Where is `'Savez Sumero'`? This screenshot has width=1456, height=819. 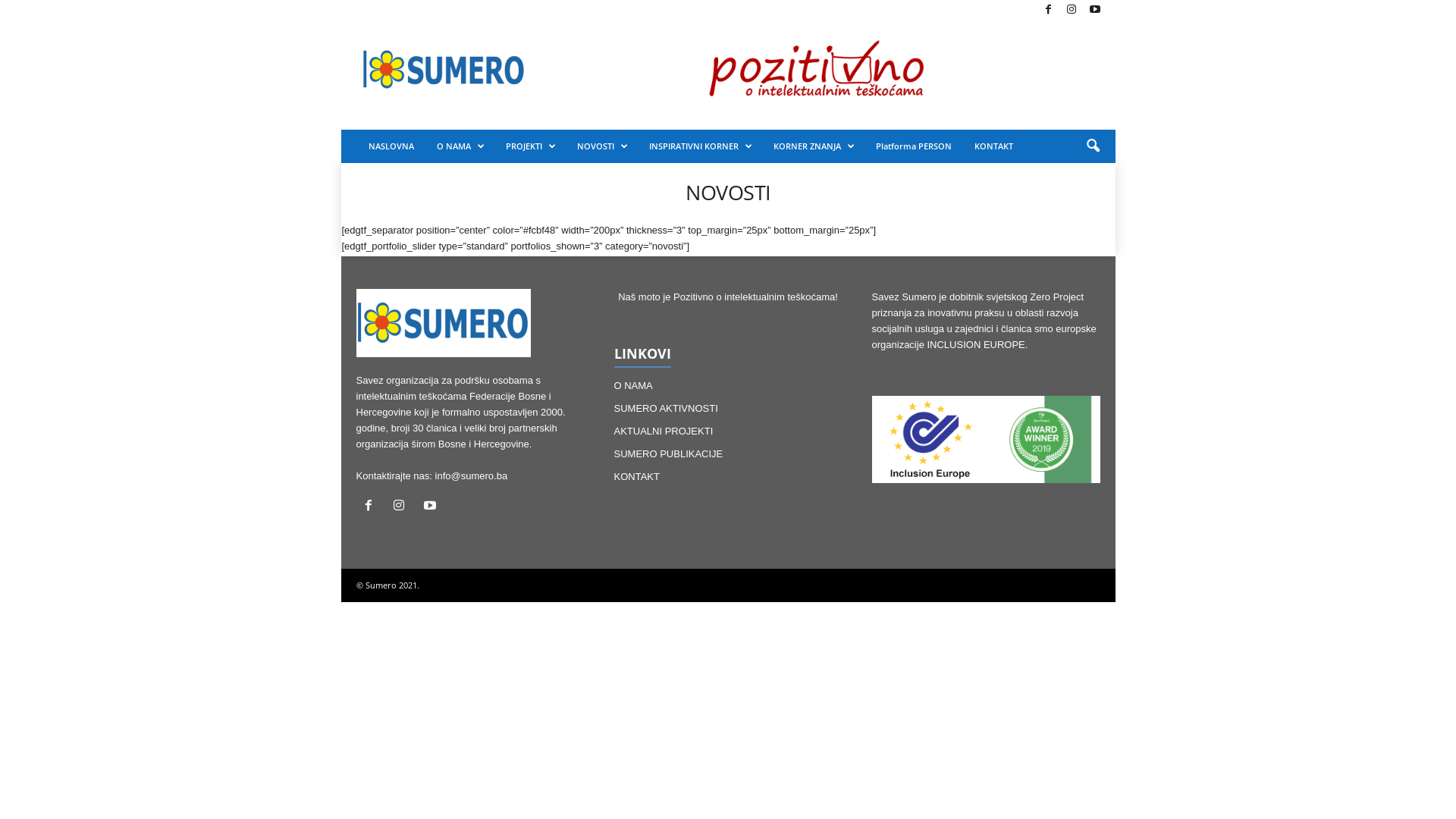 'Savez Sumero' is located at coordinates (443, 322).